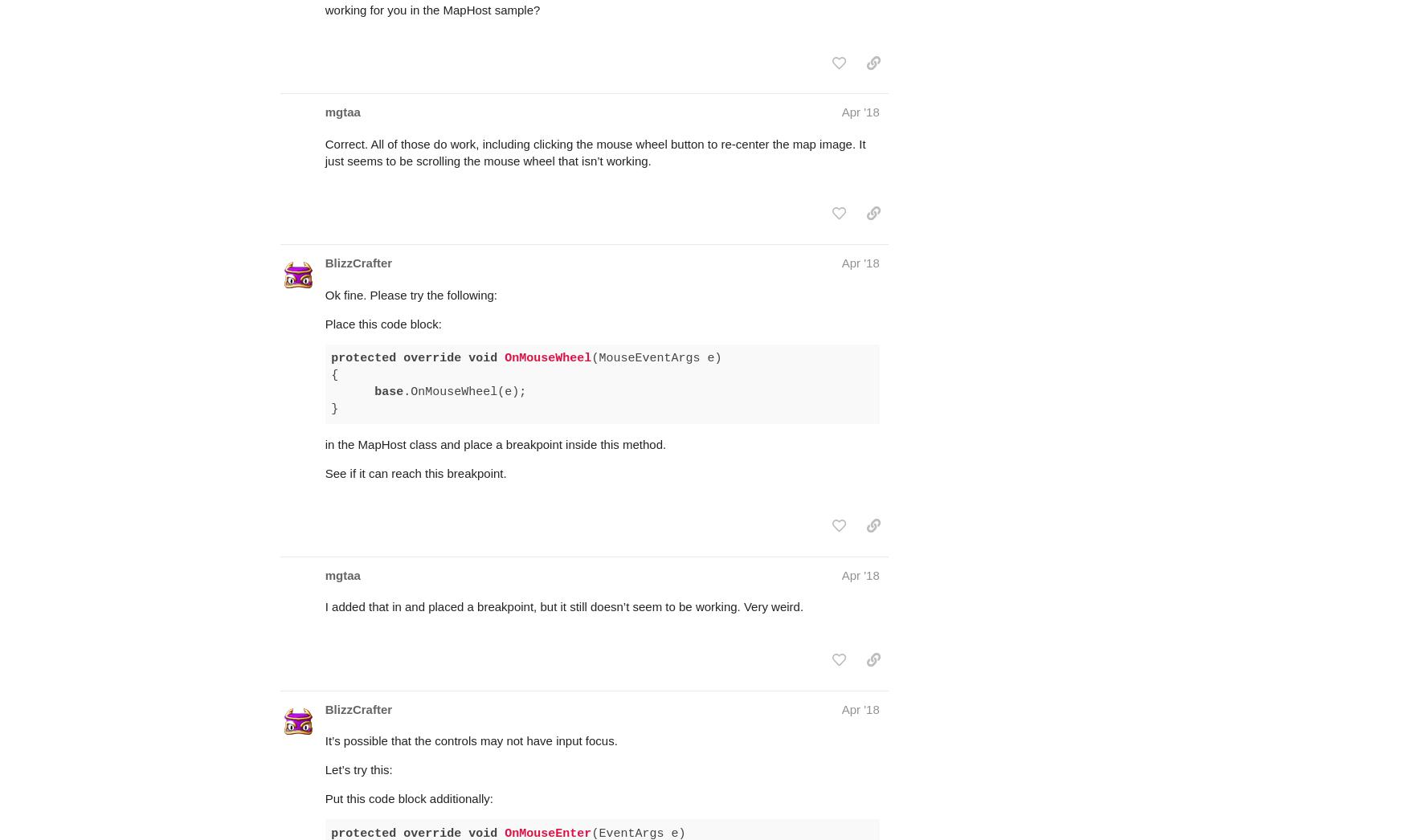 This screenshot has width=1406, height=840. Describe the element at coordinates (358, 706) in the screenshot. I see `'Let’s try this:'` at that location.